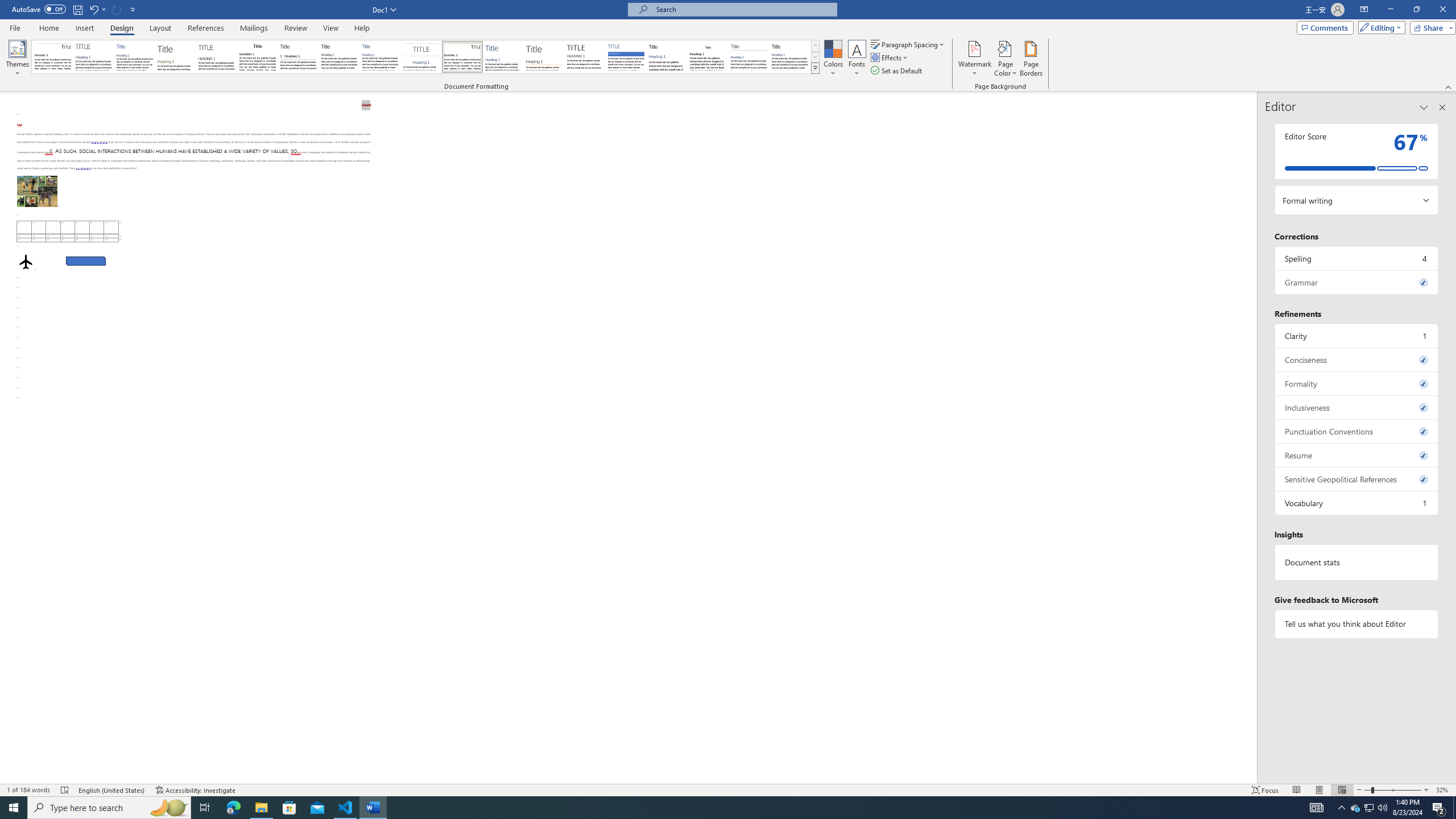  Describe the element at coordinates (1356, 335) in the screenshot. I see `'Clarity, 1 issue. Press space or enter to review items.'` at that location.